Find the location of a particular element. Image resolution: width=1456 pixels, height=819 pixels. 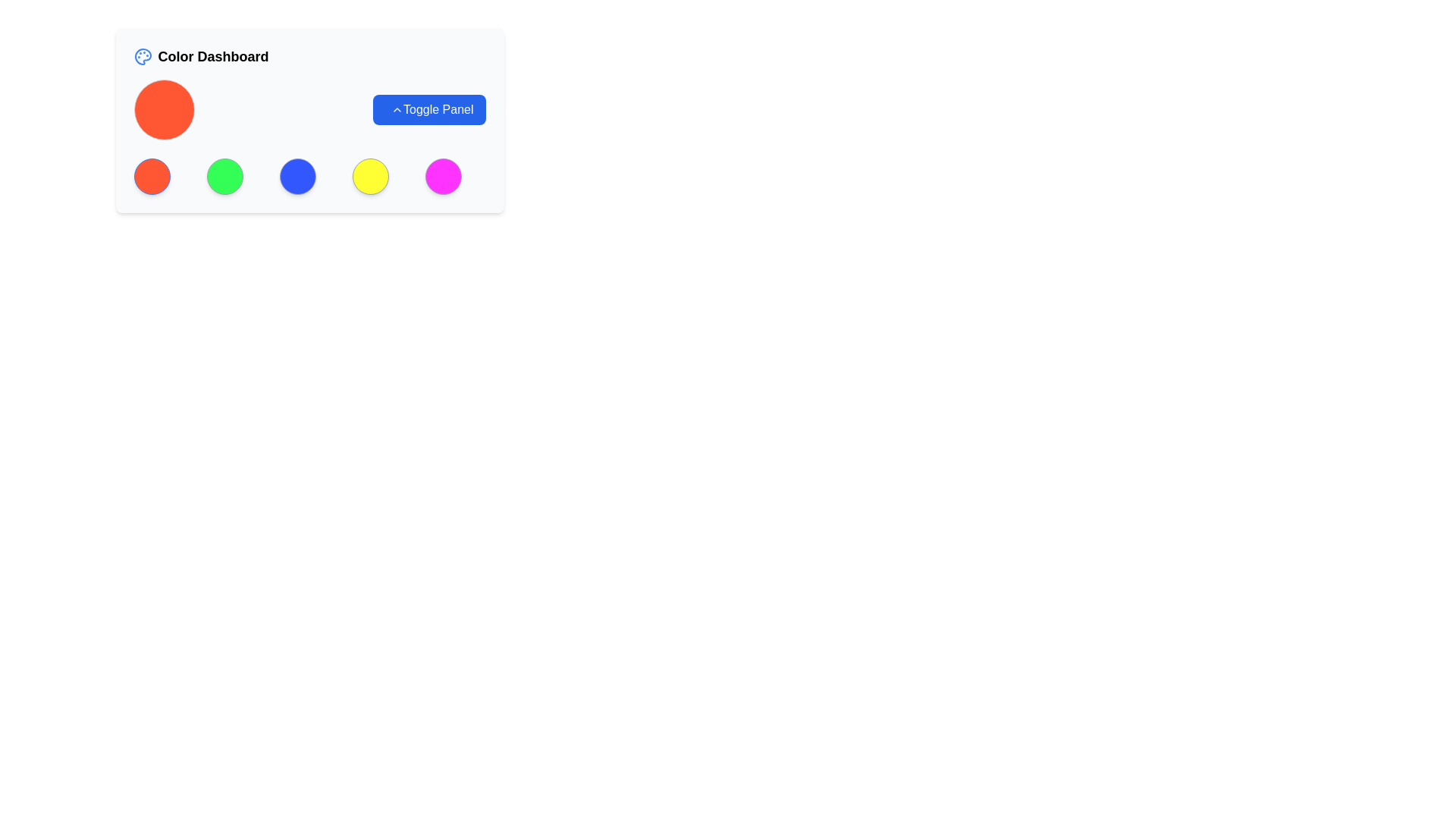

the fourth circular button in a horizontal row with a bright yellow fill is located at coordinates (370, 175).